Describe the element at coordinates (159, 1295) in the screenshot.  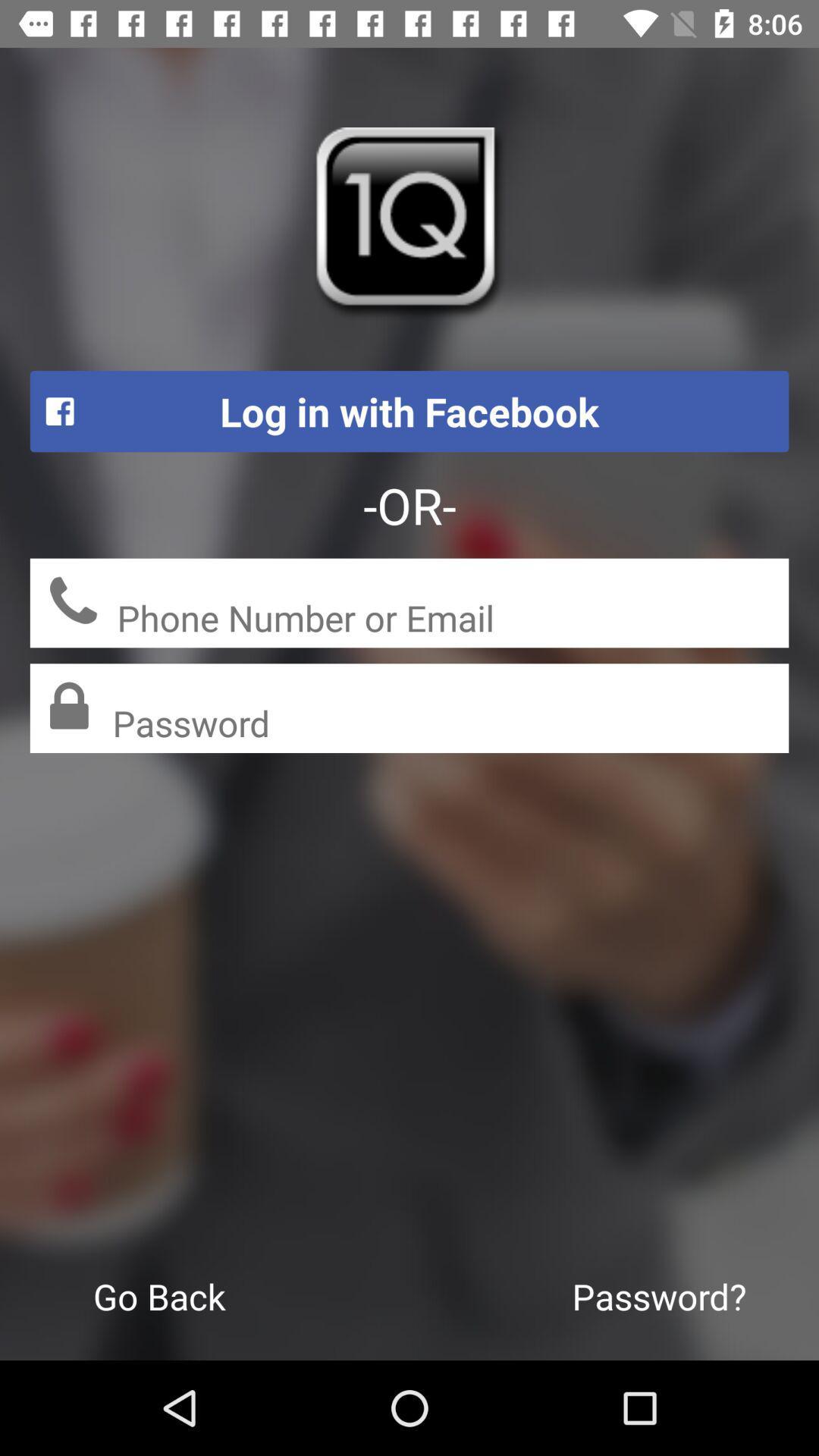
I see `the icon next to the password? item` at that location.